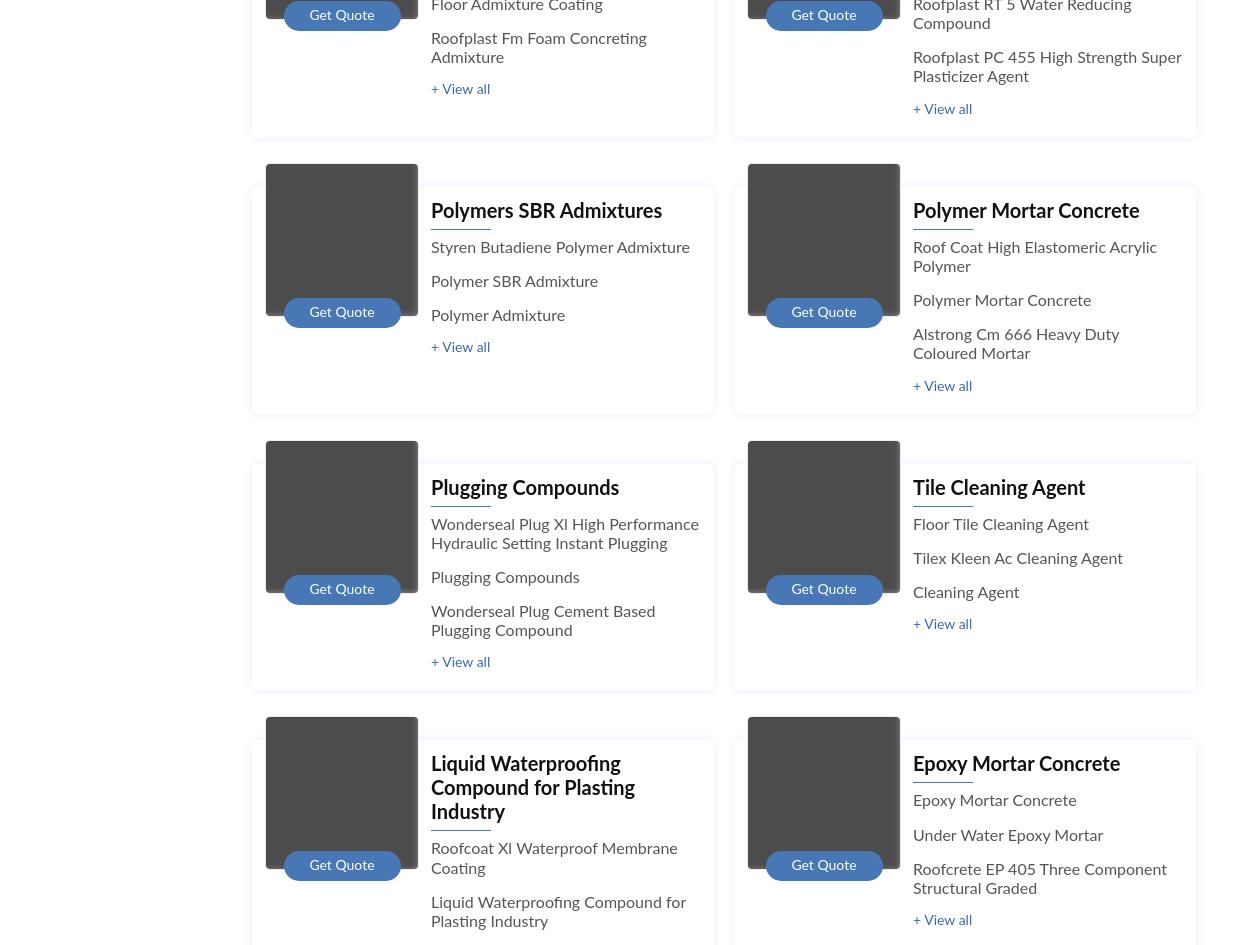  Describe the element at coordinates (1035, 255) in the screenshot. I see `'Roof Coat High Elastomeric Acrylic Polymer'` at that location.